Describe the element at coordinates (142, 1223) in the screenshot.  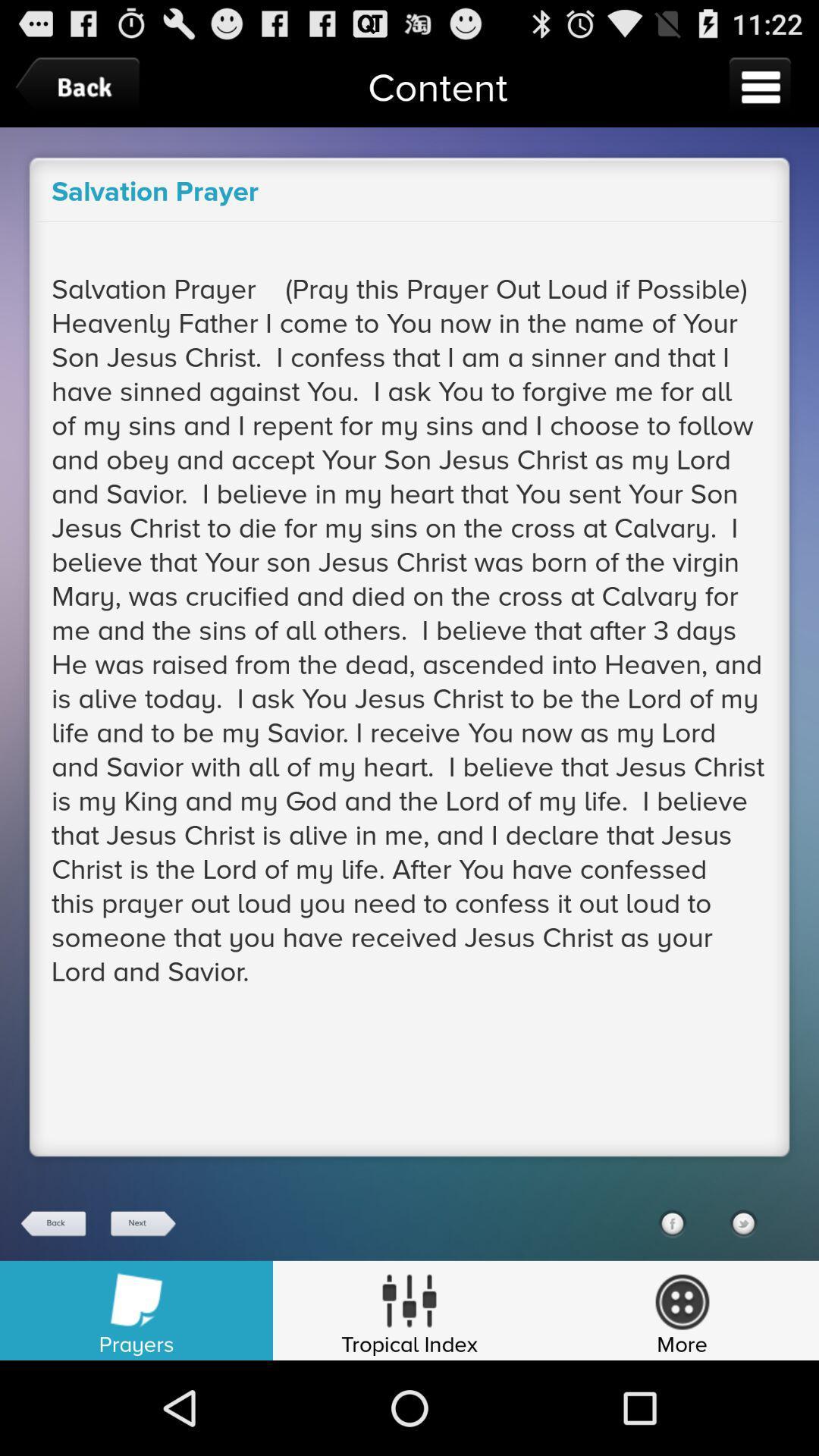
I see `item below salvation prayer pray` at that location.